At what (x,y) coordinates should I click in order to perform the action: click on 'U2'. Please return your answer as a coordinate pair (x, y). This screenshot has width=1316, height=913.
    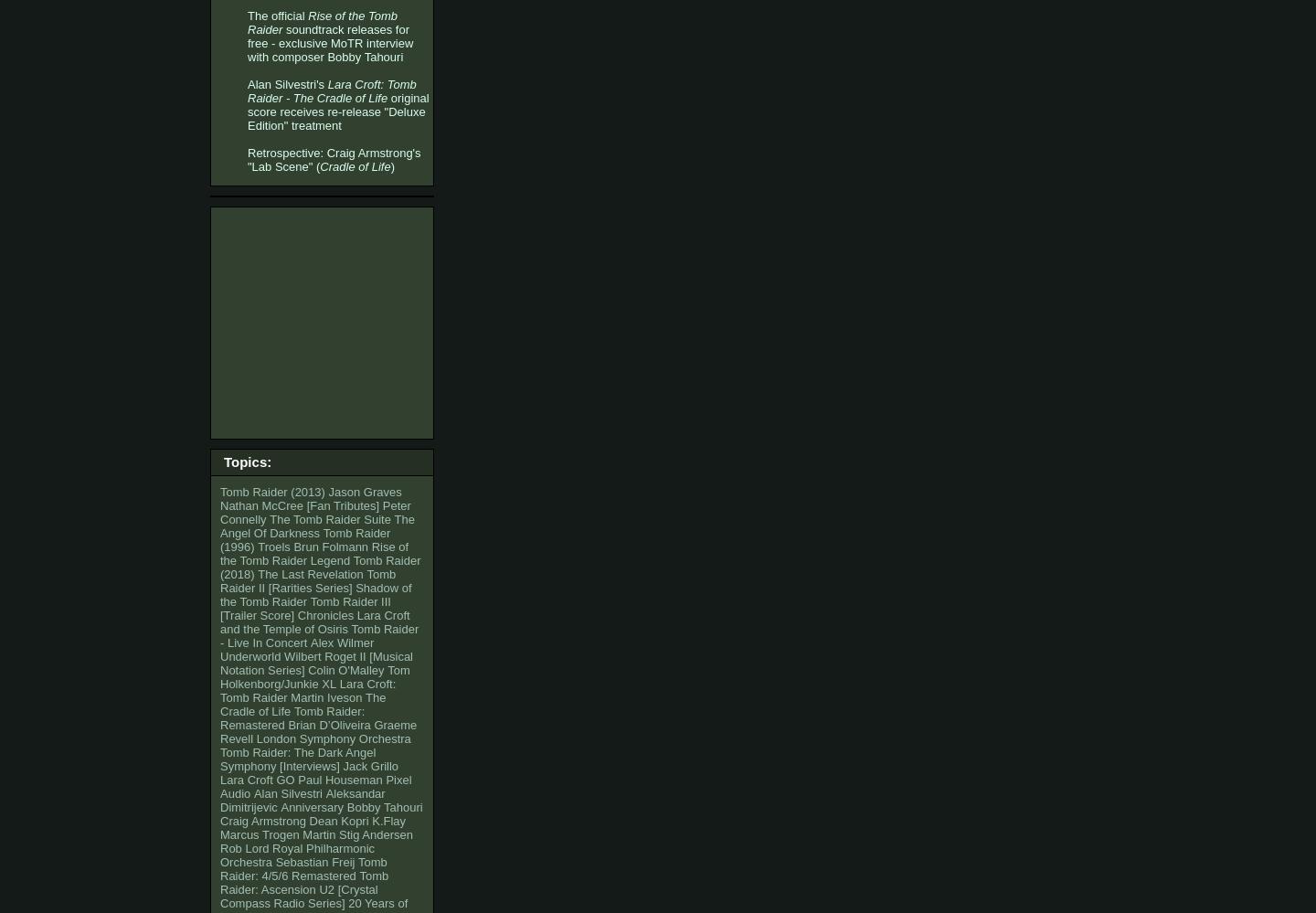
    Looking at the image, I should click on (326, 888).